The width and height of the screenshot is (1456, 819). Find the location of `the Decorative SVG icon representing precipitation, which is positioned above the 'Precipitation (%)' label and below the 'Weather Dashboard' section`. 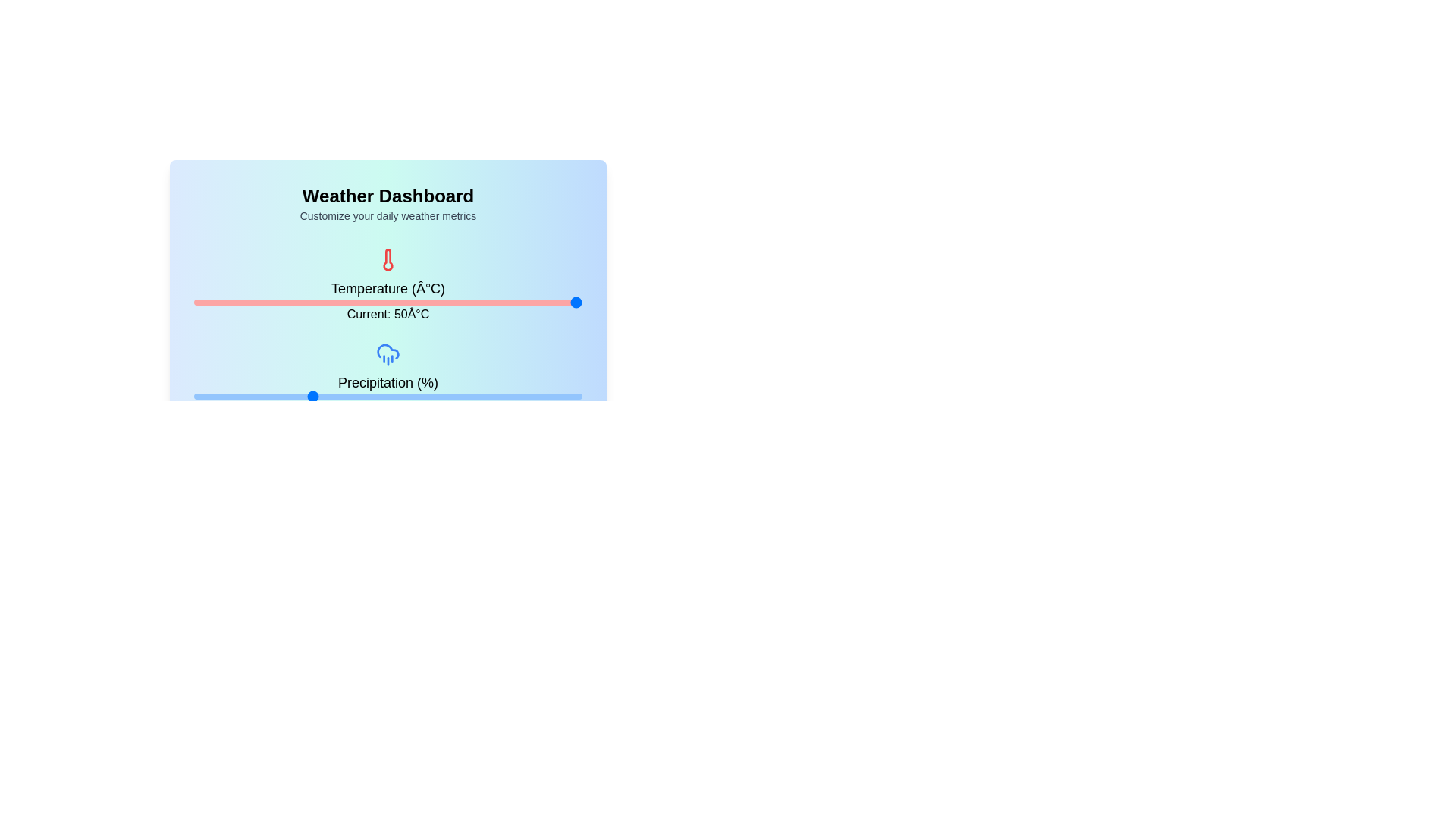

the Decorative SVG icon representing precipitation, which is positioned above the 'Precipitation (%)' label and below the 'Weather Dashboard' section is located at coordinates (388, 353).